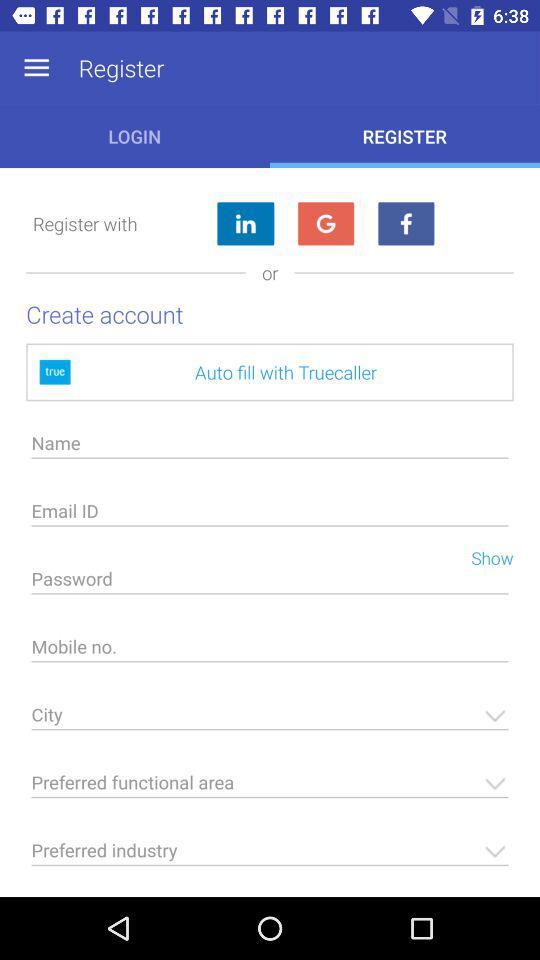 Image resolution: width=540 pixels, height=960 pixels. I want to click on your password, so click(270, 584).